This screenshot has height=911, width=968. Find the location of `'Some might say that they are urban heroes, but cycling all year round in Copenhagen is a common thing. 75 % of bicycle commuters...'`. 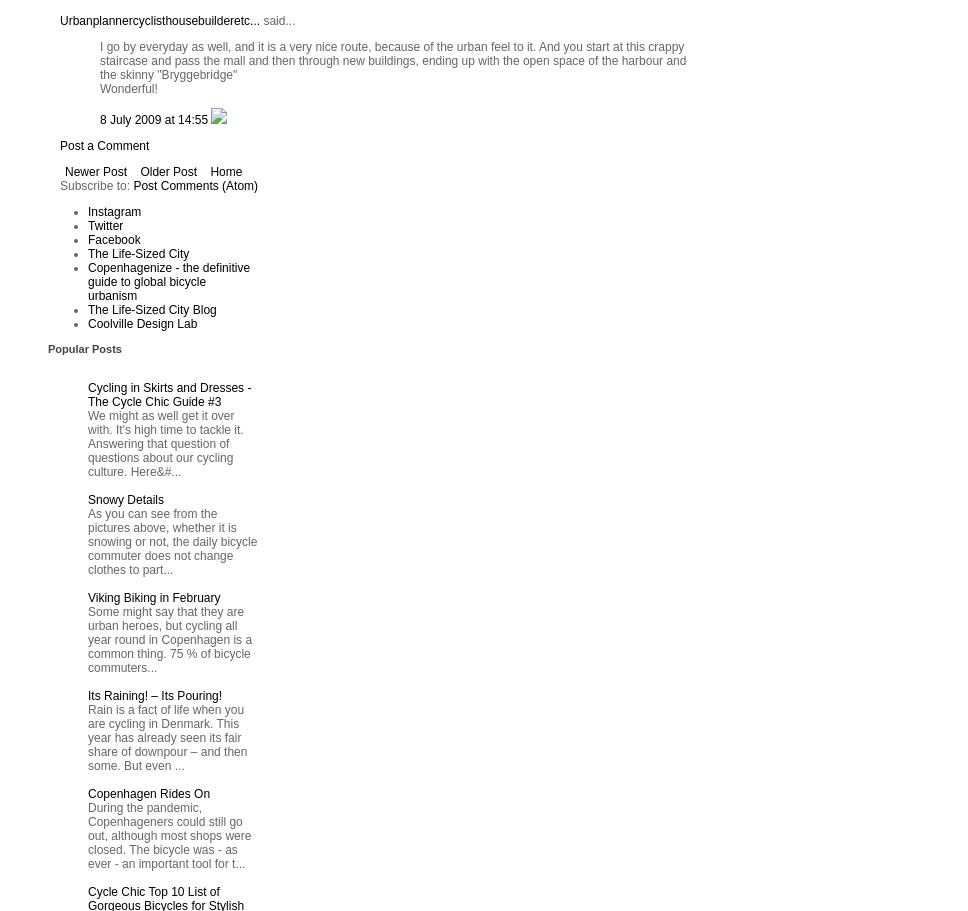

'Some might say that they are urban heroes, but cycling all year round in Copenhagen is a common thing. 75 % of bicycle commuters...' is located at coordinates (169, 639).